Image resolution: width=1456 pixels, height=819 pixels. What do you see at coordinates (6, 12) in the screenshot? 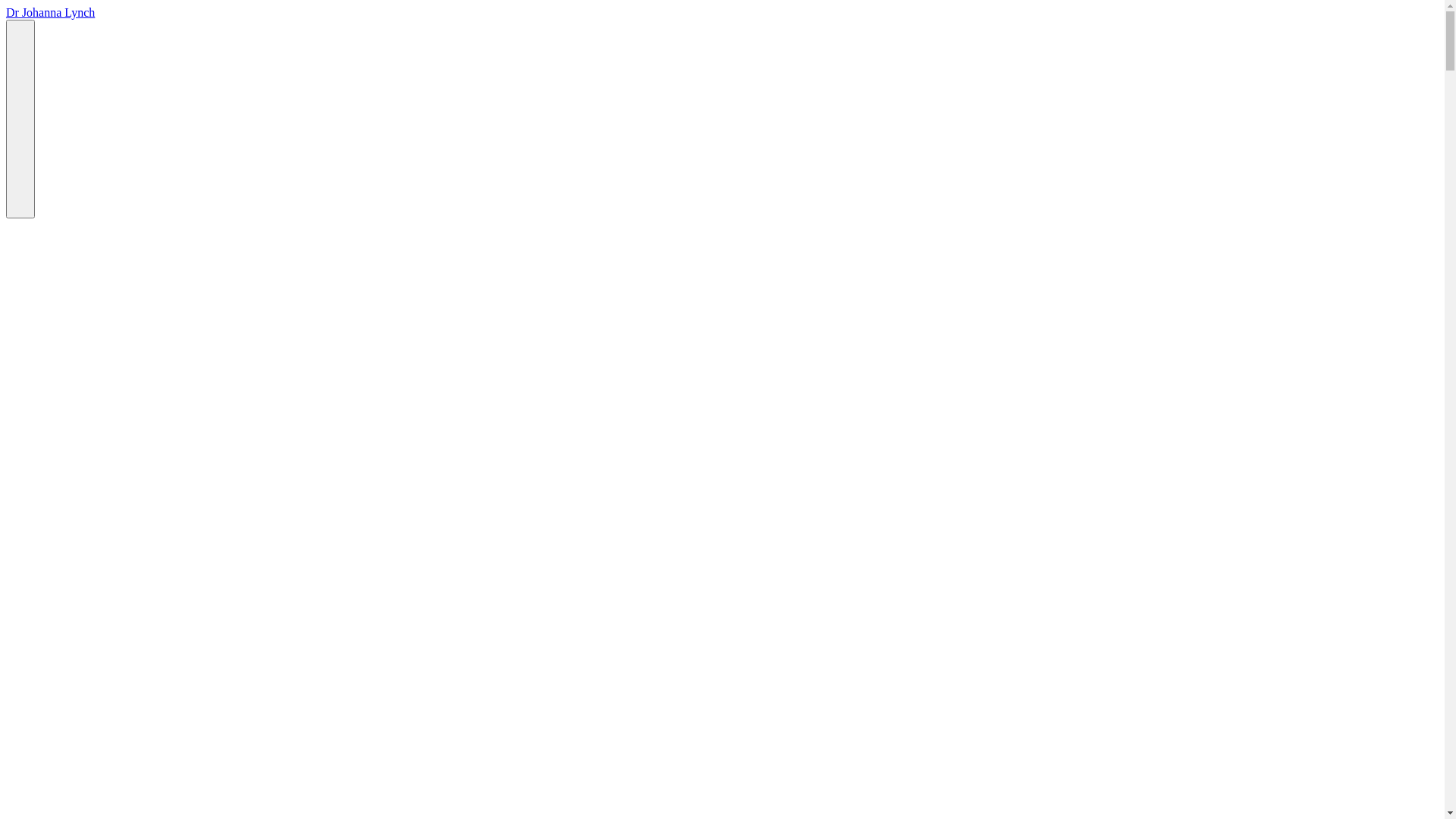
I see `'Dr Johanna Lynch'` at bounding box center [6, 12].